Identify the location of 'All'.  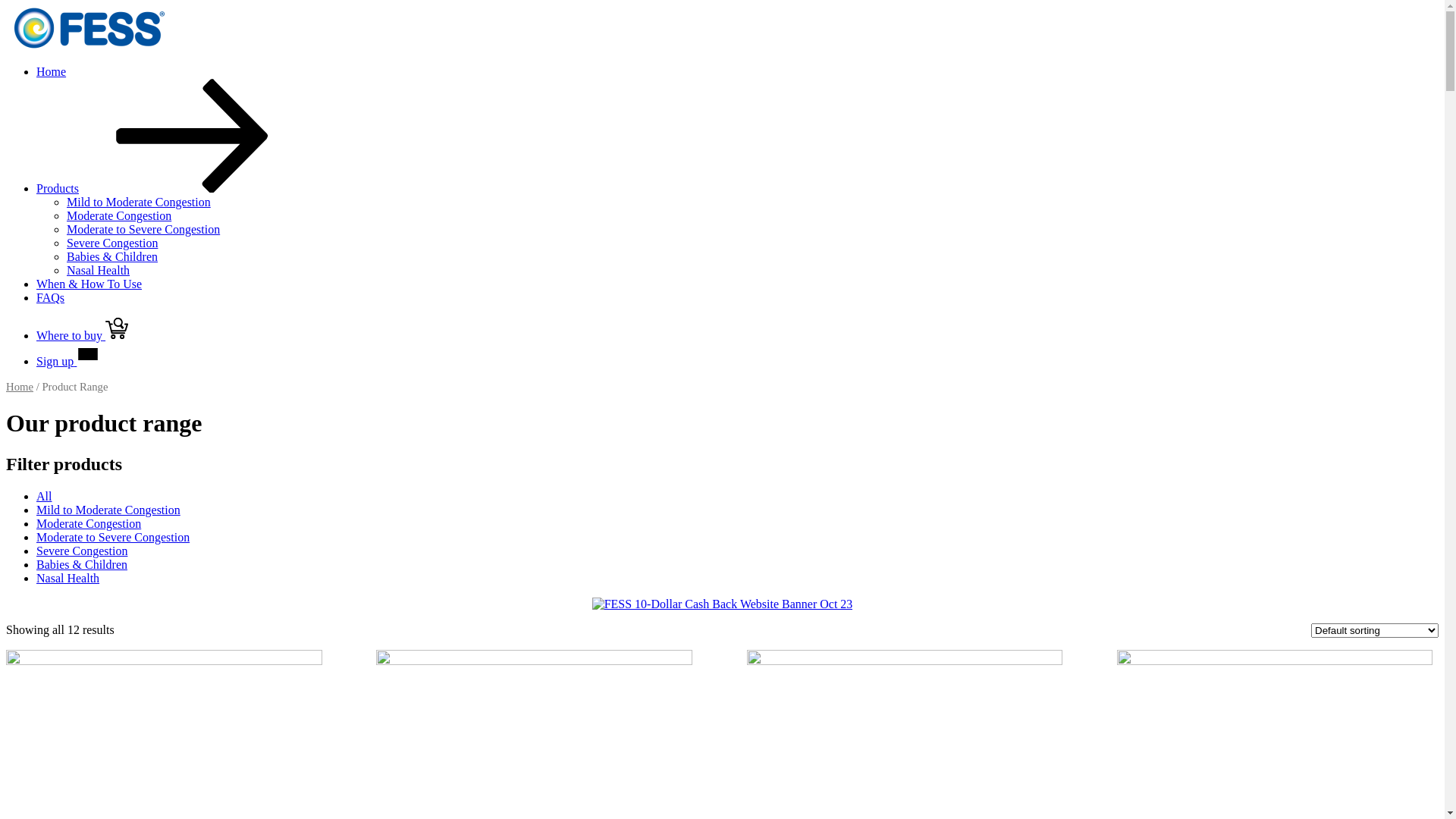
(43, 496).